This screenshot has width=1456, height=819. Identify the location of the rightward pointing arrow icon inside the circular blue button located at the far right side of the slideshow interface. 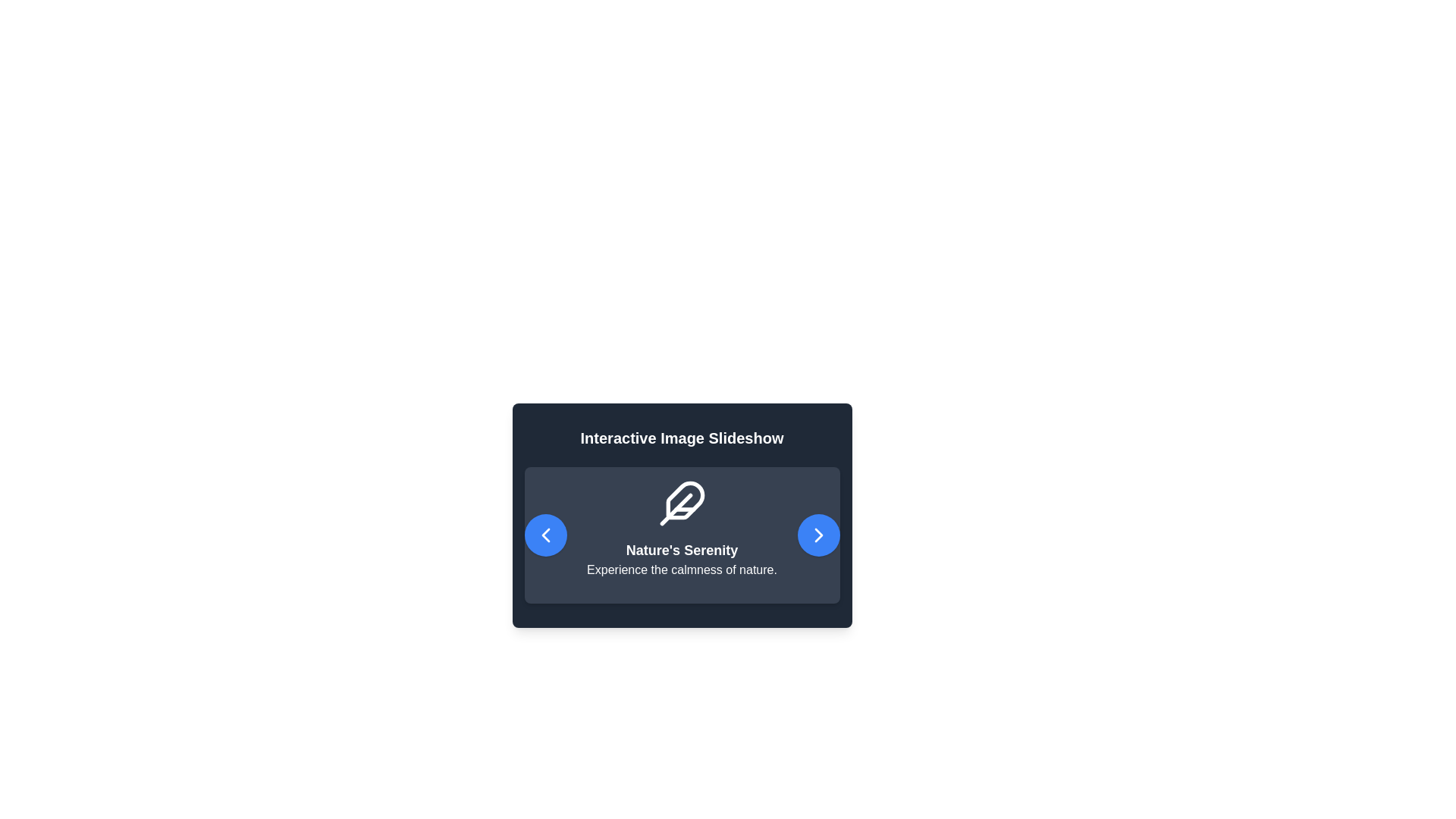
(817, 534).